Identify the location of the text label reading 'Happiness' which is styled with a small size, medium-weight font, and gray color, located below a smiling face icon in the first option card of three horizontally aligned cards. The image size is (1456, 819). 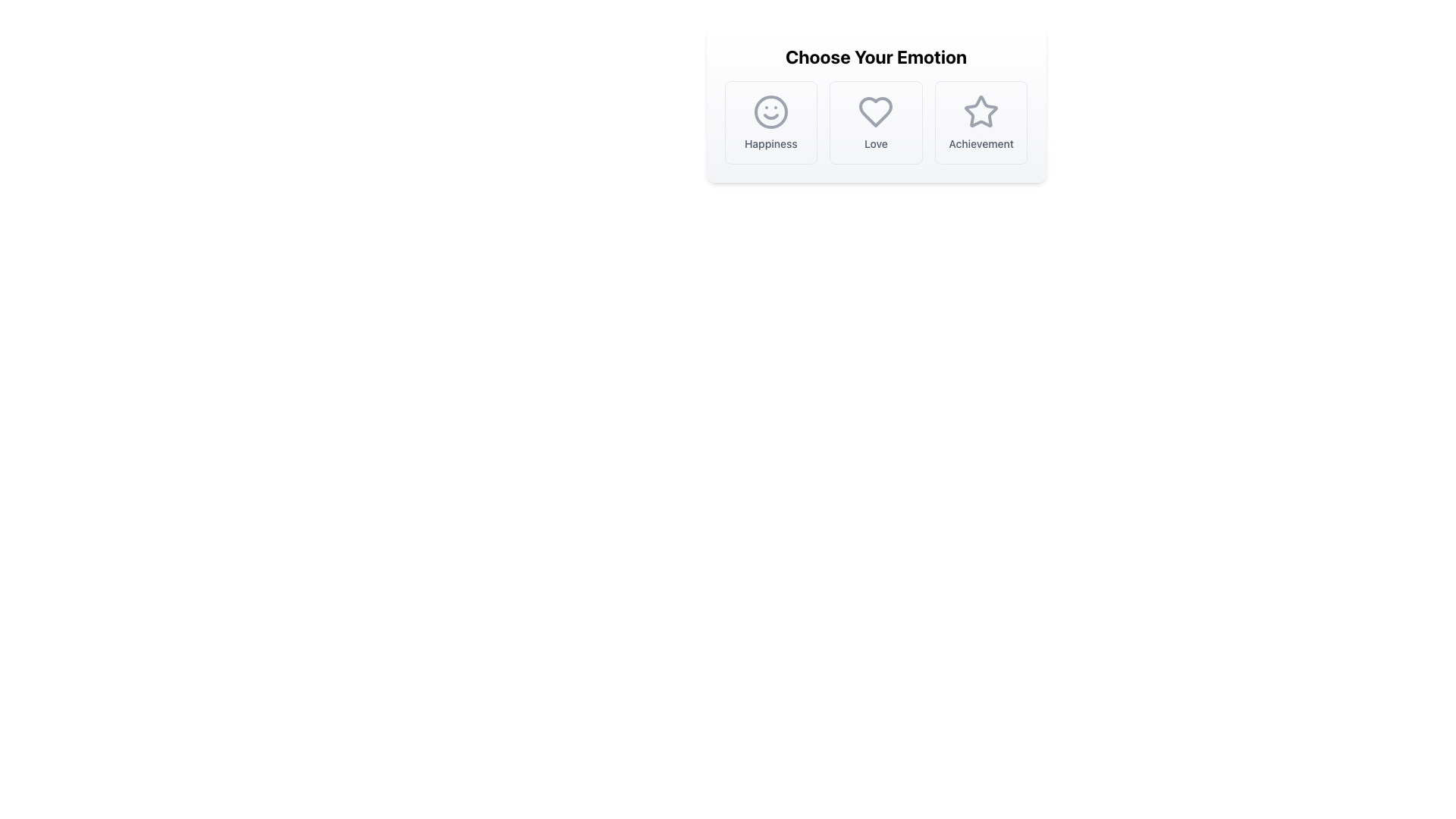
(770, 143).